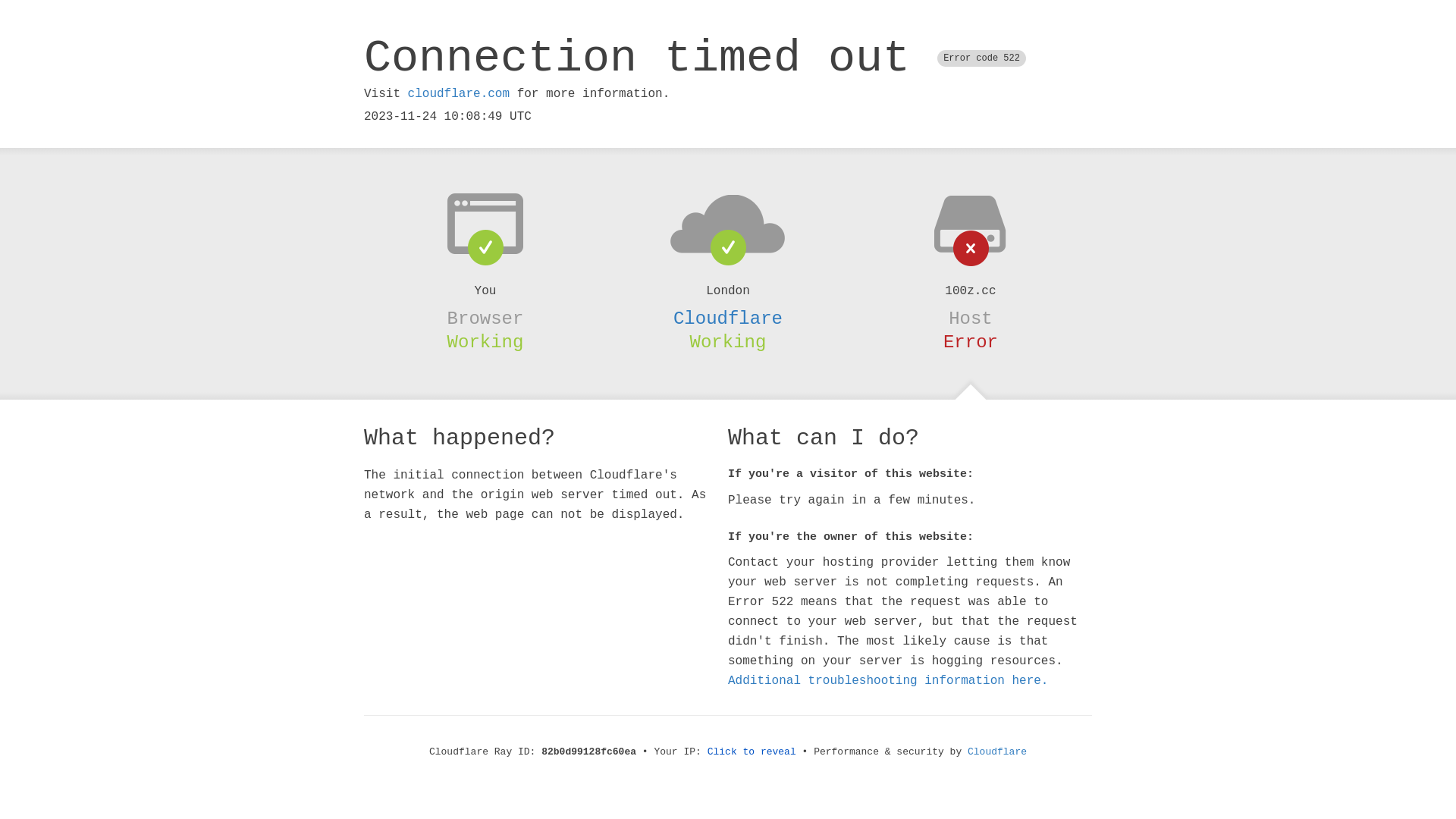 The width and height of the screenshot is (1456, 819). What do you see at coordinates (888, 680) in the screenshot?
I see `'Additional troubleshooting information here.'` at bounding box center [888, 680].